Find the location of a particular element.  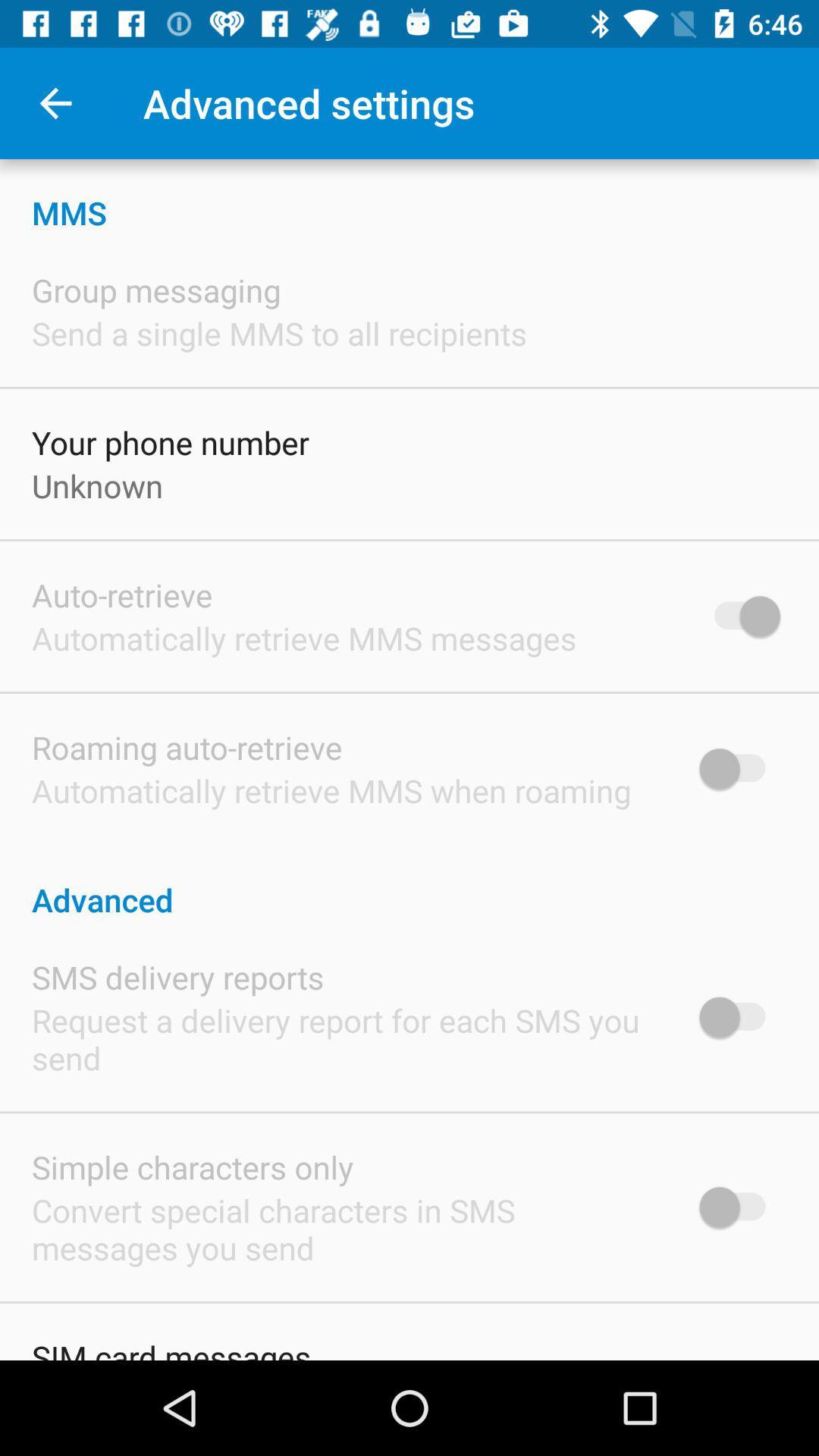

icon below the sms delivery reports icon is located at coordinates (346, 1038).